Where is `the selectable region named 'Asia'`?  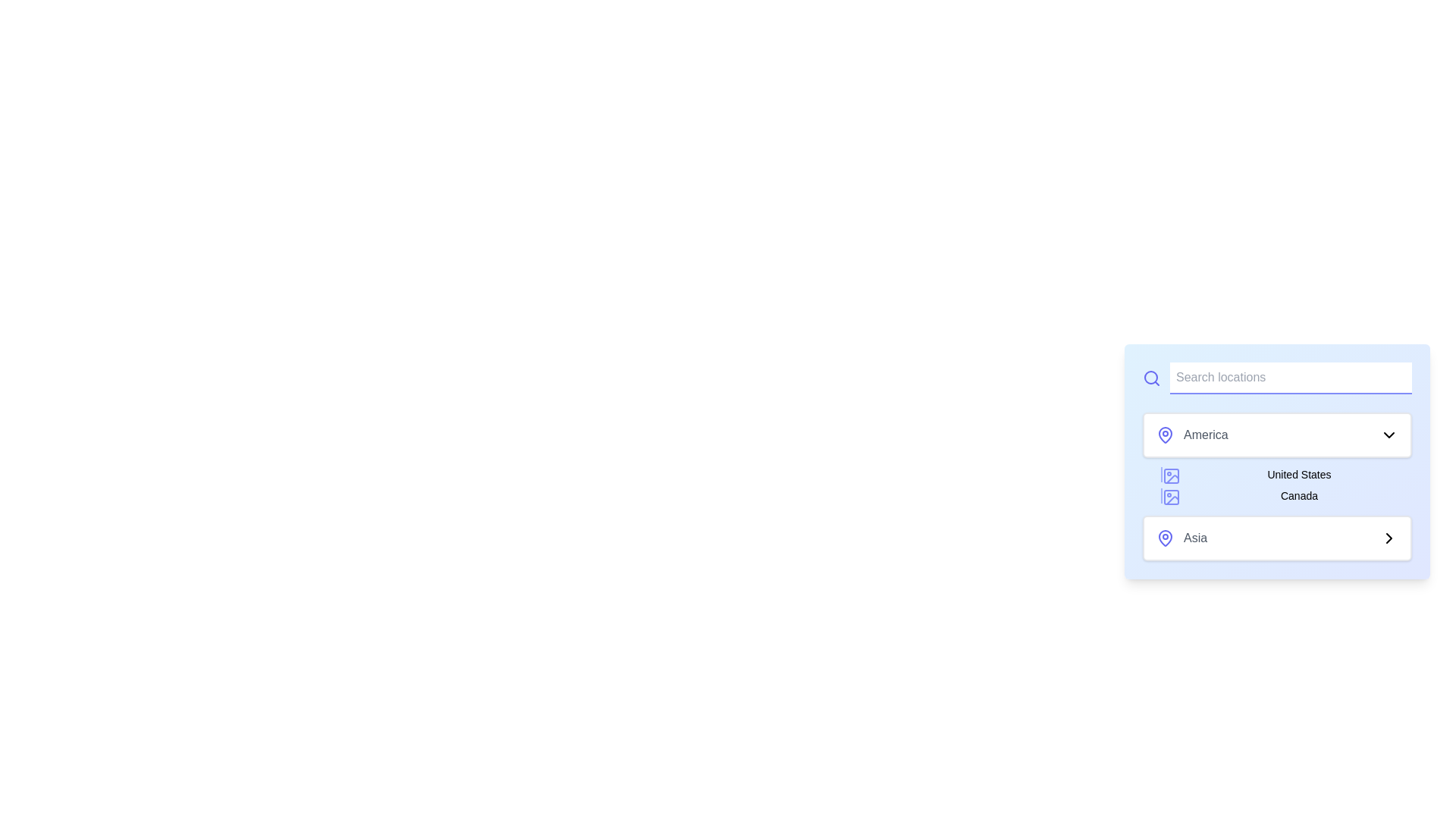
the selectable region named 'Asia' is located at coordinates (1276, 537).